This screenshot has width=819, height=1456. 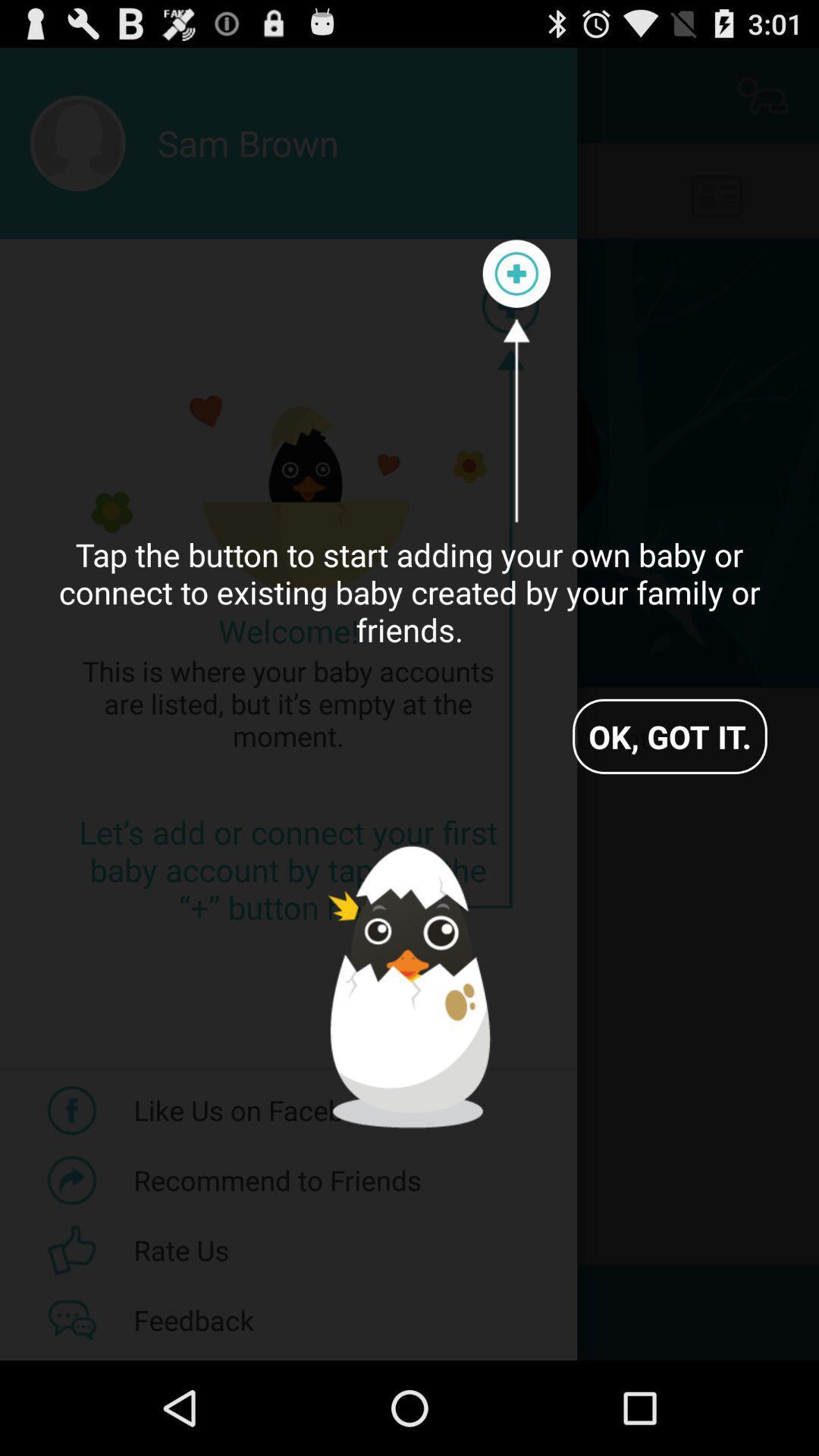 I want to click on the app below the tap the button icon, so click(x=669, y=736).